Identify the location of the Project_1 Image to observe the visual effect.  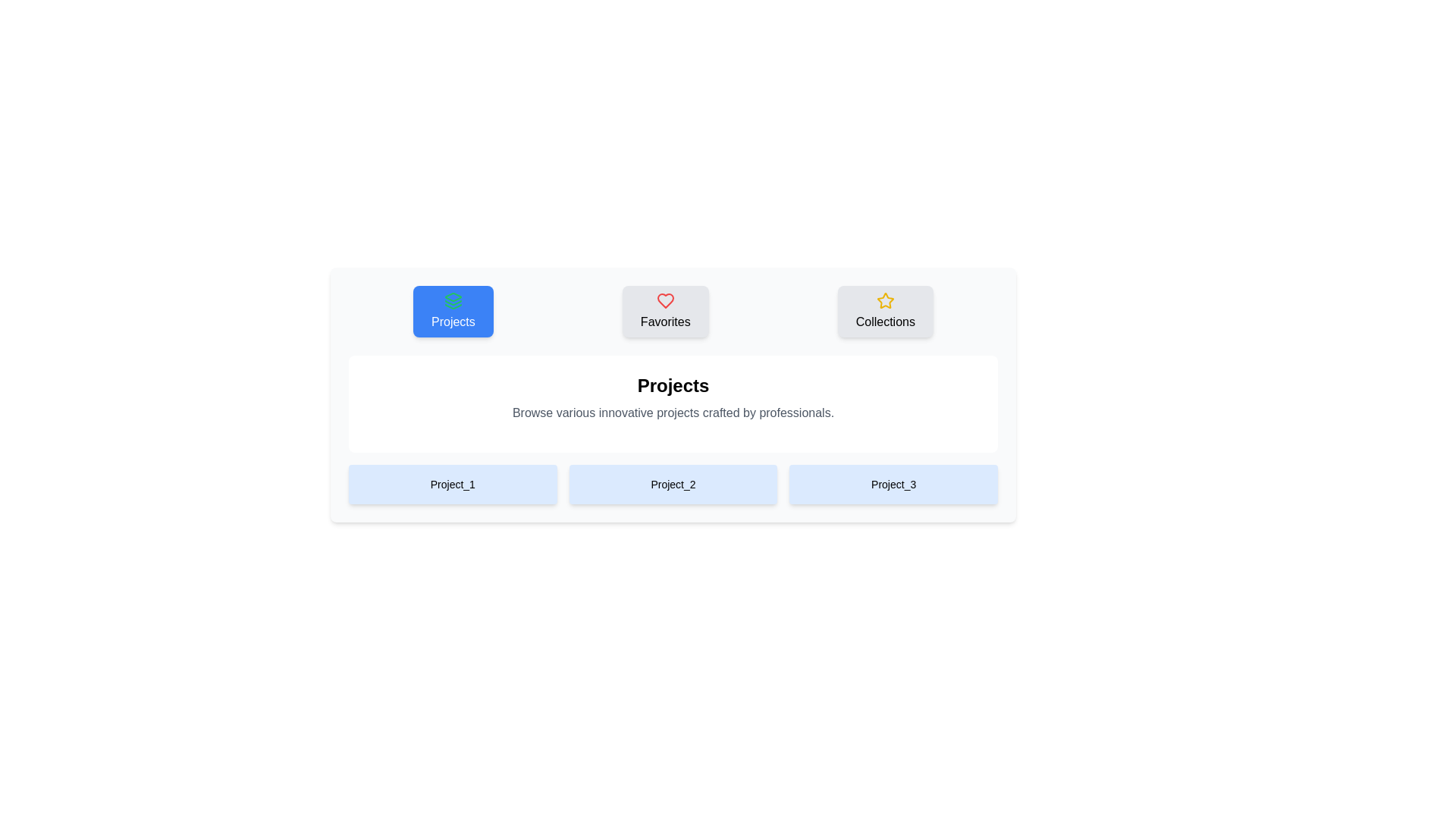
(452, 485).